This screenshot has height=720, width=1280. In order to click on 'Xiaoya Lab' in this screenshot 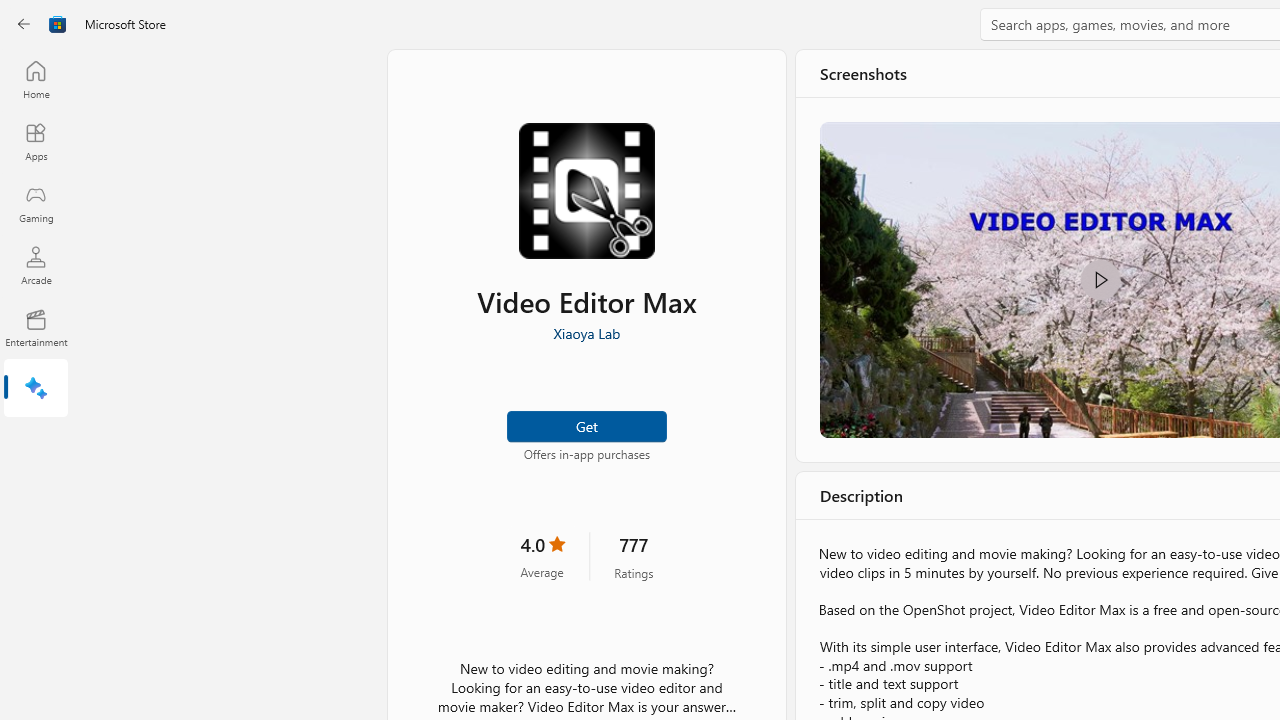, I will do `click(585, 332)`.